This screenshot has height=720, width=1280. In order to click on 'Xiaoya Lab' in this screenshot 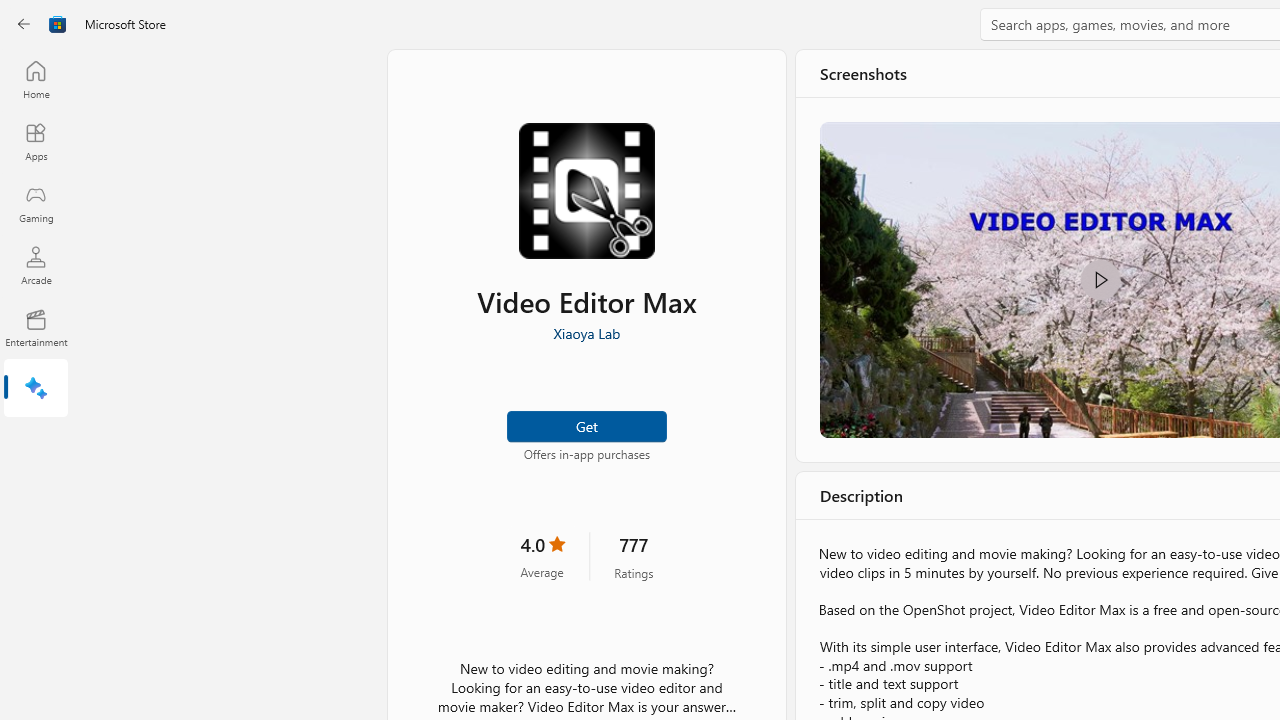, I will do `click(585, 332)`.